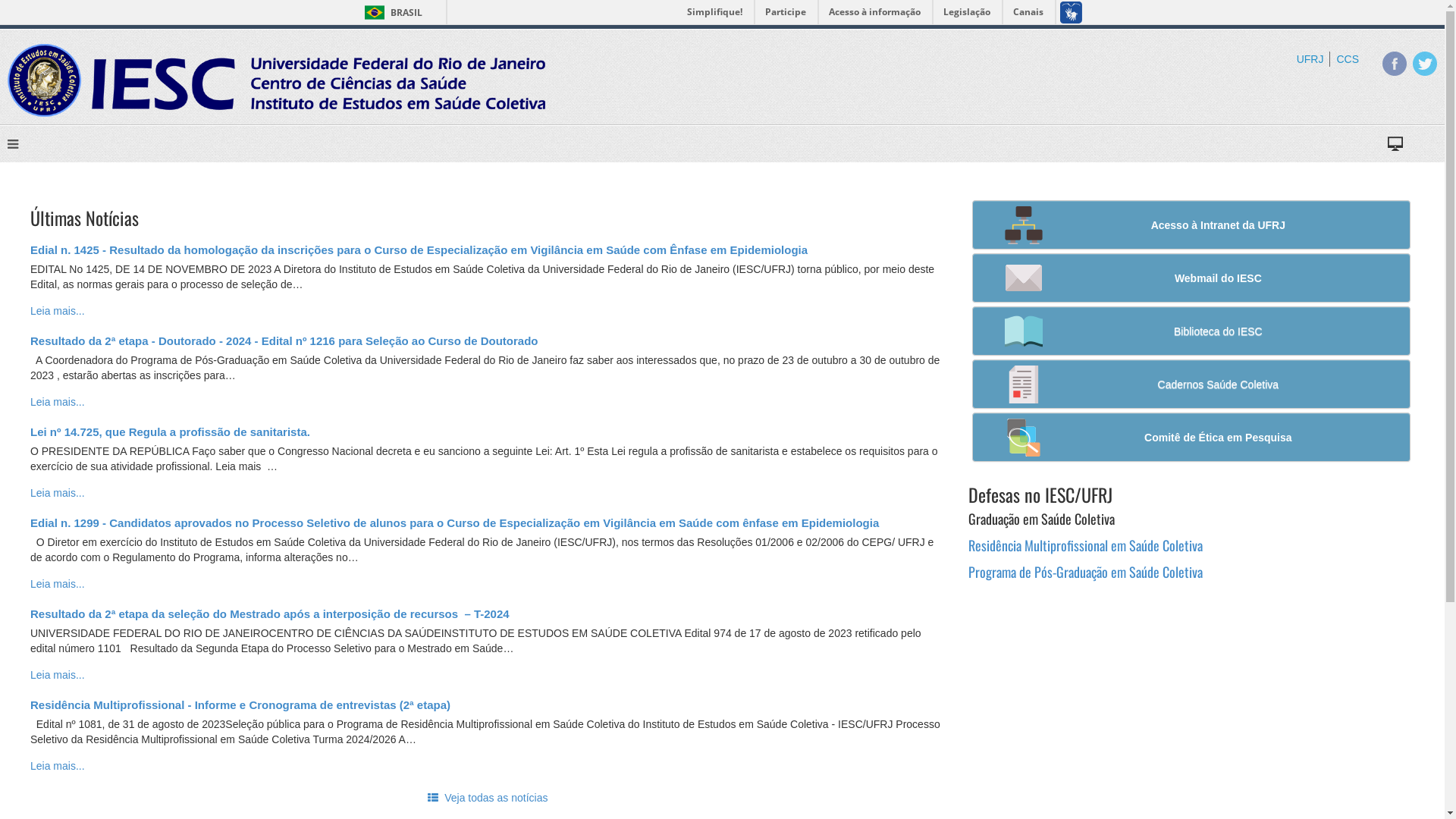  What do you see at coordinates (1394, 63) in the screenshot?
I see `'Facebook'` at bounding box center [1394, 63].